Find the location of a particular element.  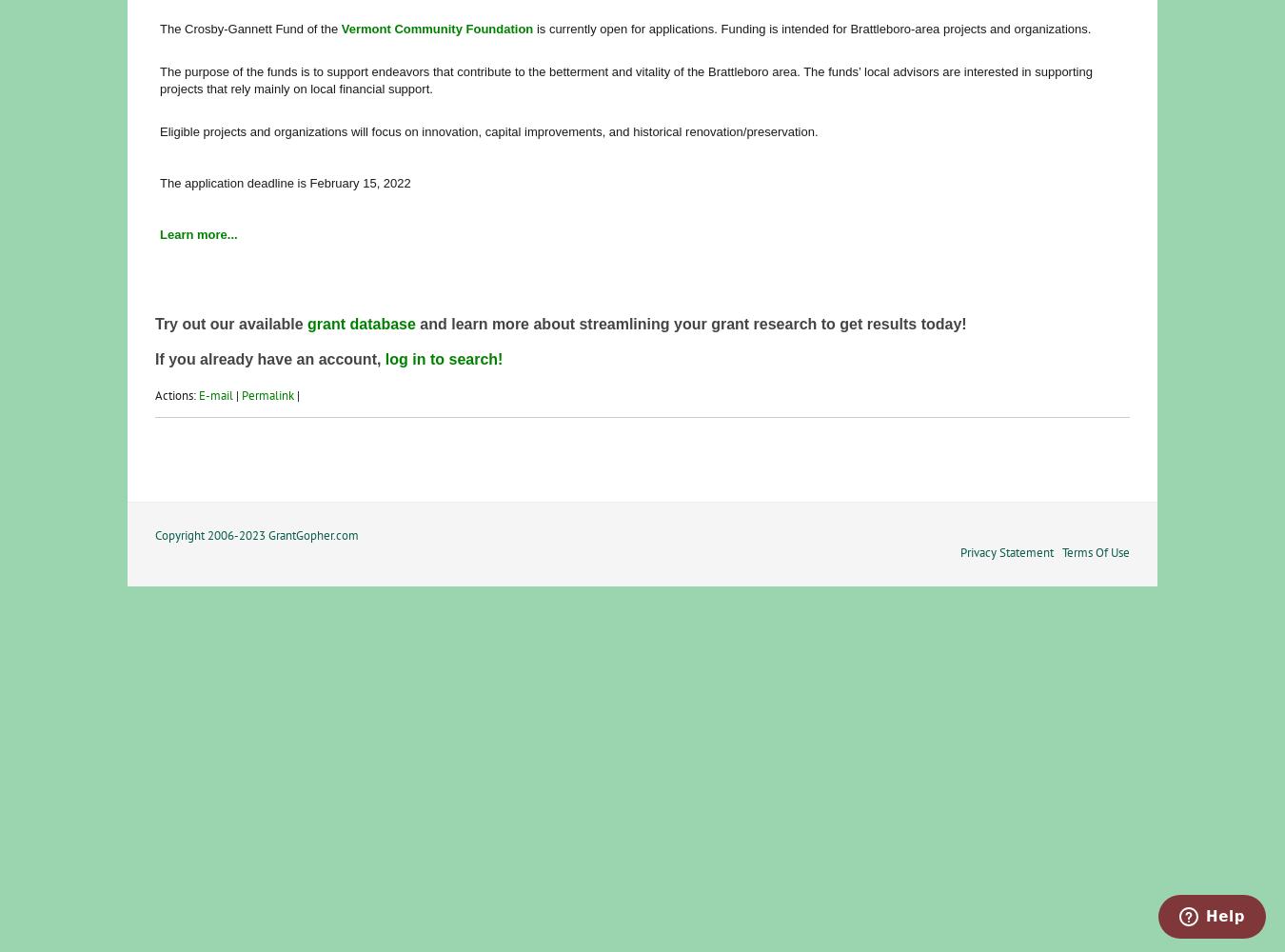

'is currently open for  applications.  Funding is intended for Brattleboro-area projects and  organizations.' is located at coordinates (812, 28).